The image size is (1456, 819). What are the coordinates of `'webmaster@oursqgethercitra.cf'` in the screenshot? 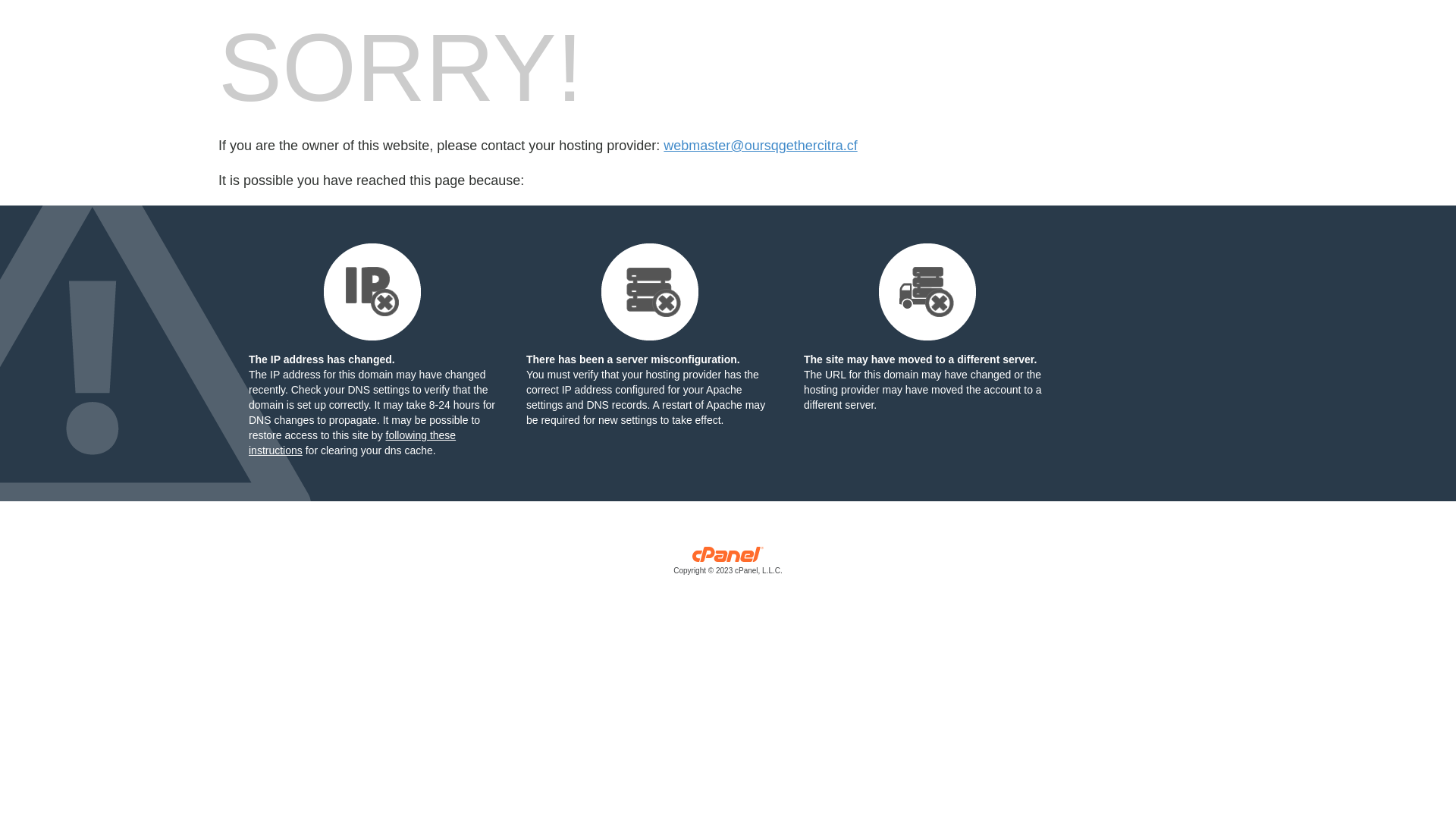 It's located at (760, 146).